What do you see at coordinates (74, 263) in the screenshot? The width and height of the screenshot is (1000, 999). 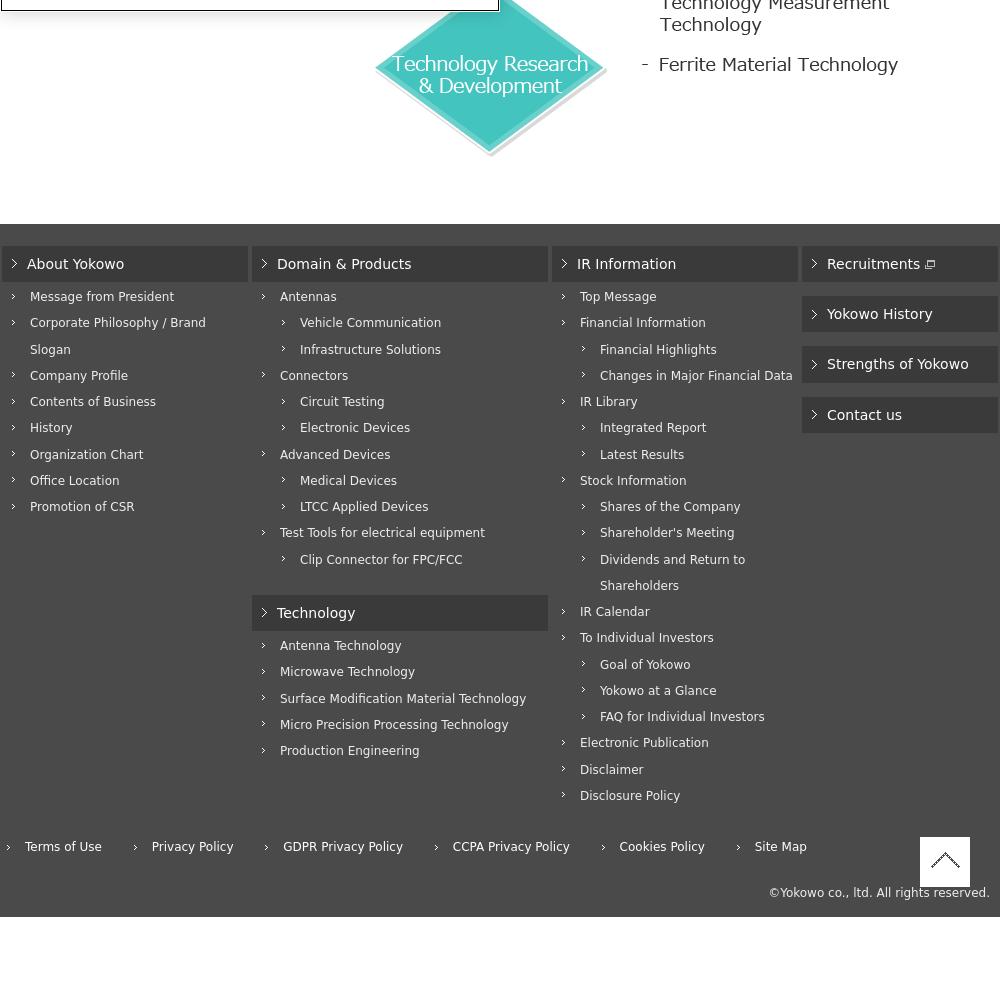 I see `'About Yokowo'` at bounding box center [74, 263].